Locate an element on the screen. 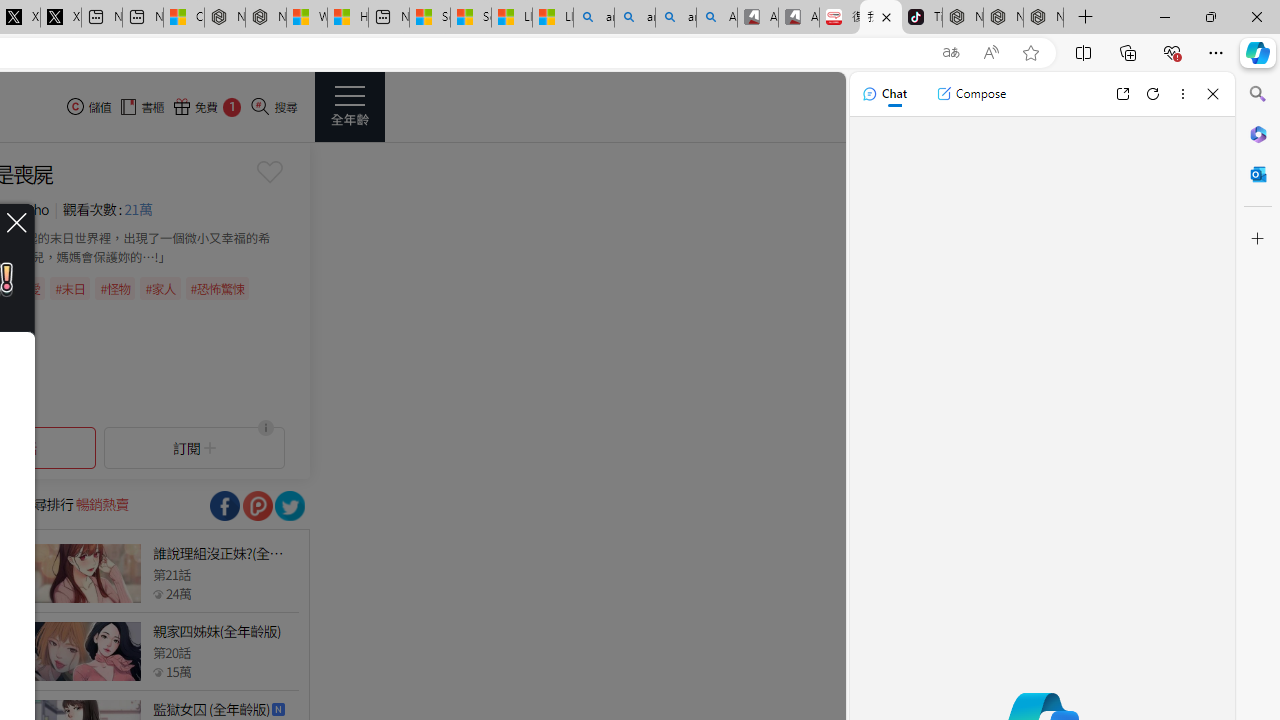 The height and width of the screenshot is (720, 1280). 'Nordace - Siena Pro 15 Essential Set' is located at coordinates (1042, 17).